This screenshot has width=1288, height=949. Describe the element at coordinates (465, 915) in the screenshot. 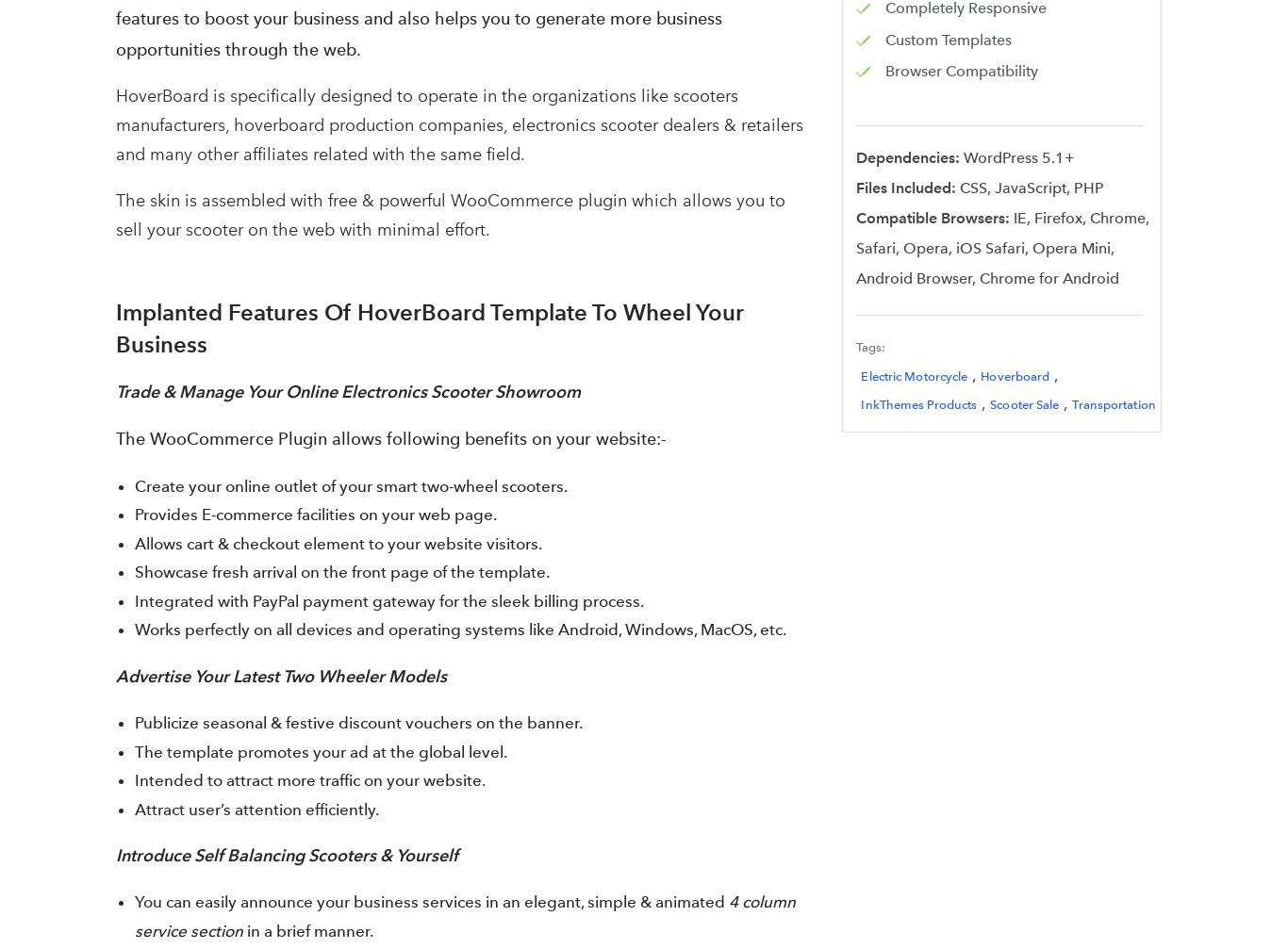

I see `'4 column service section'` at that location.